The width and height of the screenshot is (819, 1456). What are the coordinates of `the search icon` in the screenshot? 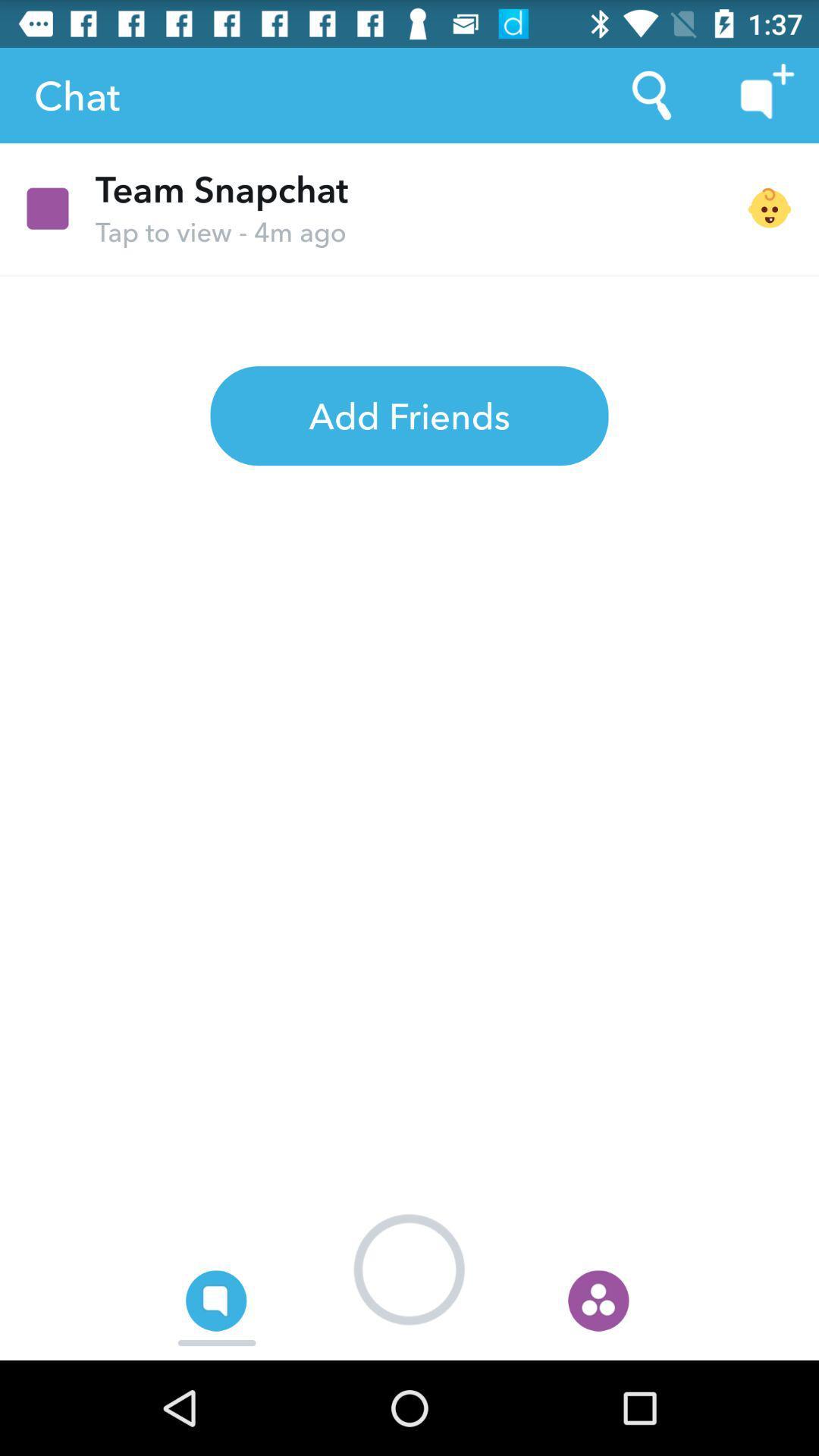 It's located at (651, 94).